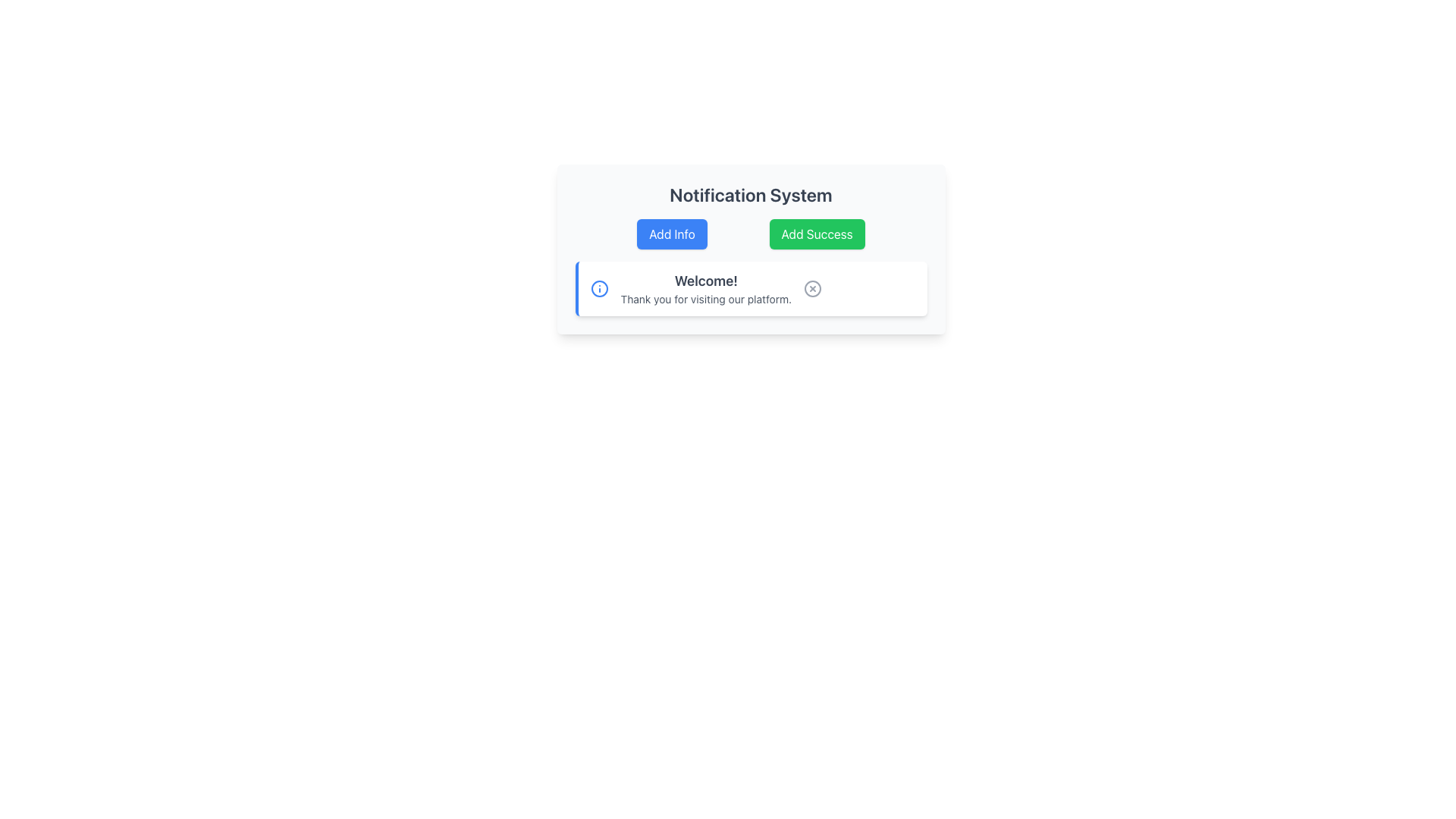 Image resolution: width=1456 pixels, height=819 pixels. What do you see at coordinates (751, 289) in the screenshot?
I see `the information displayed in the Static Text Block, which provides a welcoming message located below the 'Notification System' title and two buttons labeled 'Add Info' and 'Add Success'` at bounding box center [751, 289].